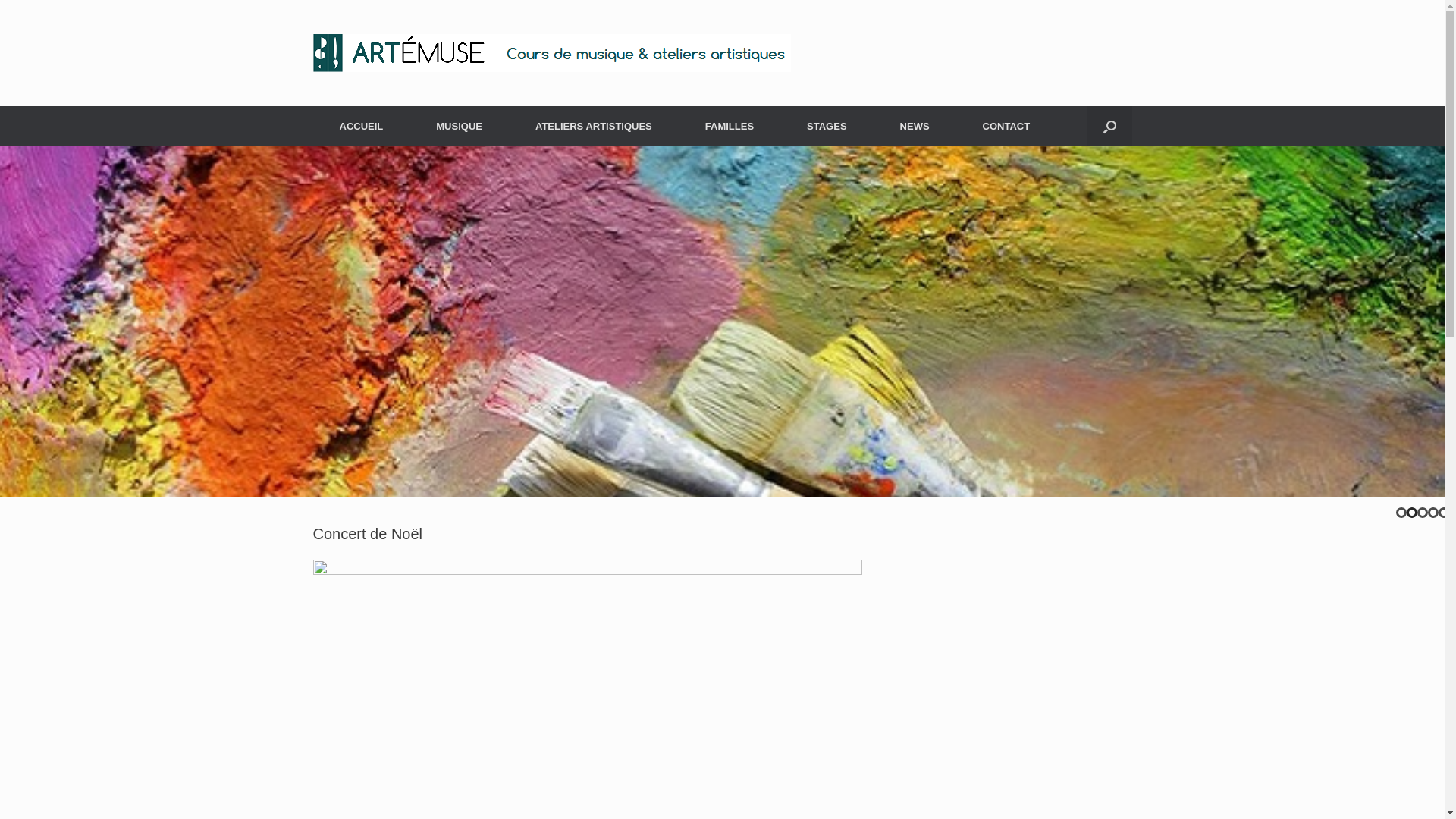  Describe the element at coordinates (914, 125) in the screenshot. I see `'NEWS'` at that location.